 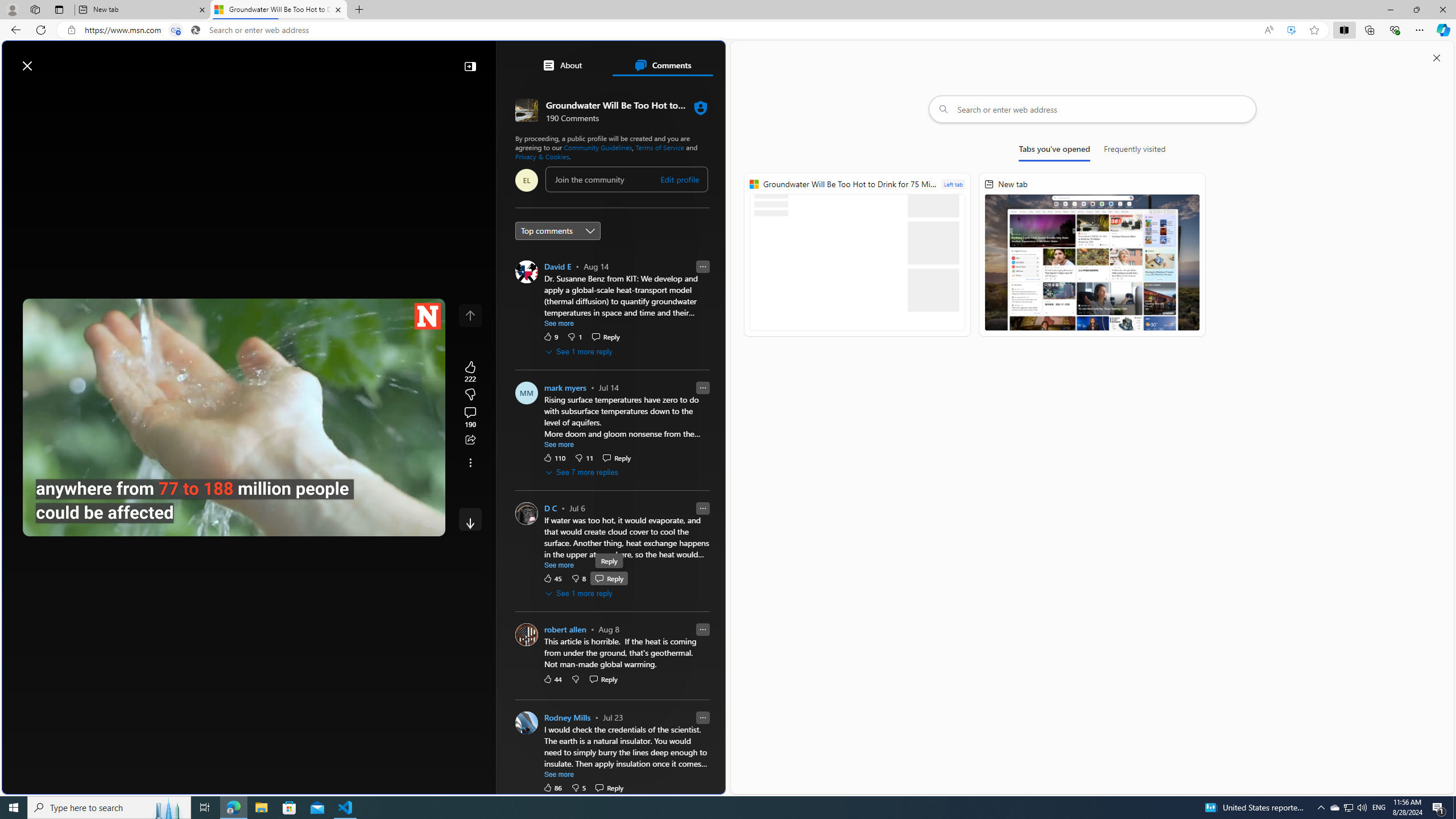 I want to click on '222 Like', so click(x=470, y=371).